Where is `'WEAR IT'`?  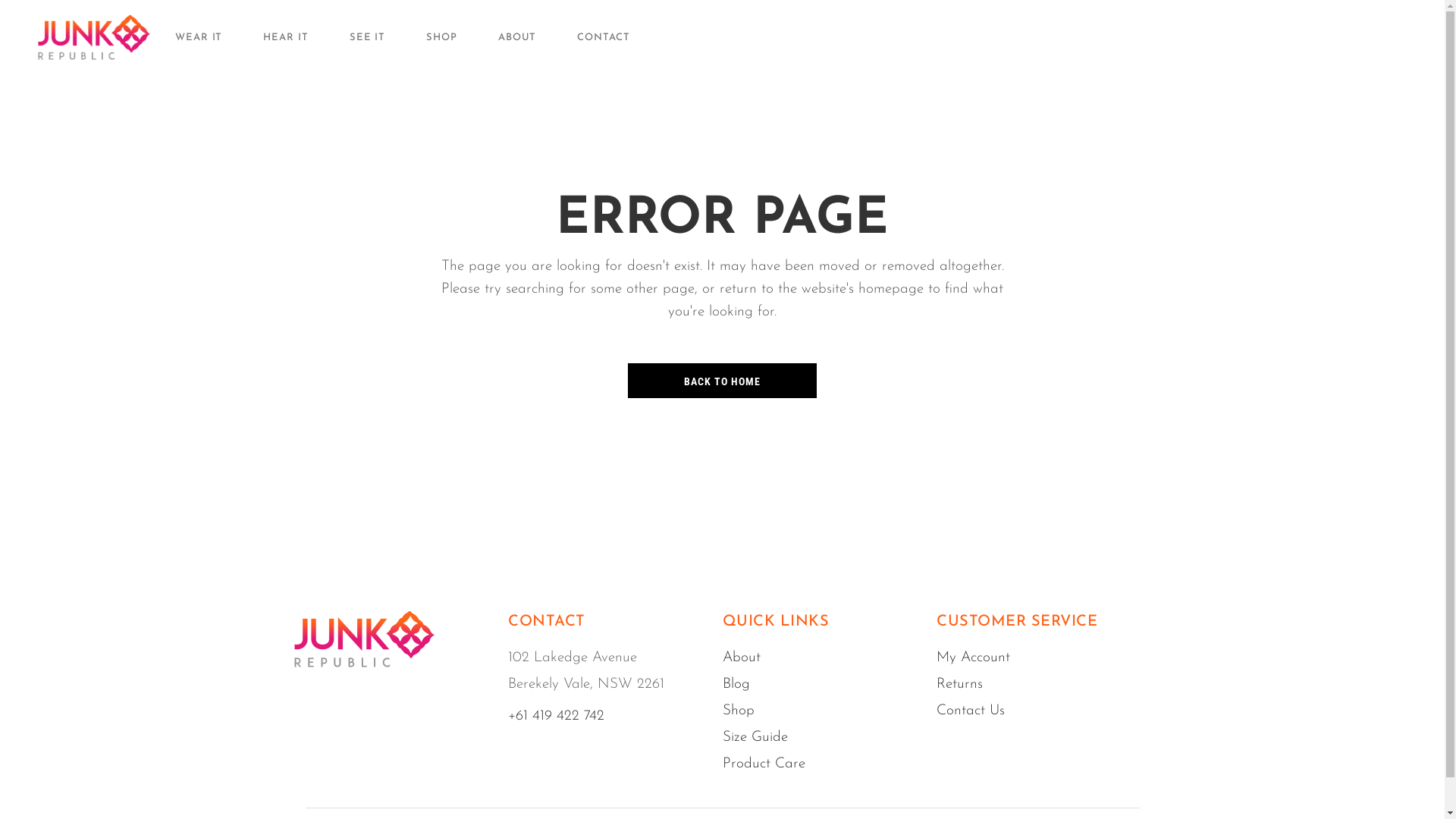 'WEAR IT' is located at coordinates (174, 36).